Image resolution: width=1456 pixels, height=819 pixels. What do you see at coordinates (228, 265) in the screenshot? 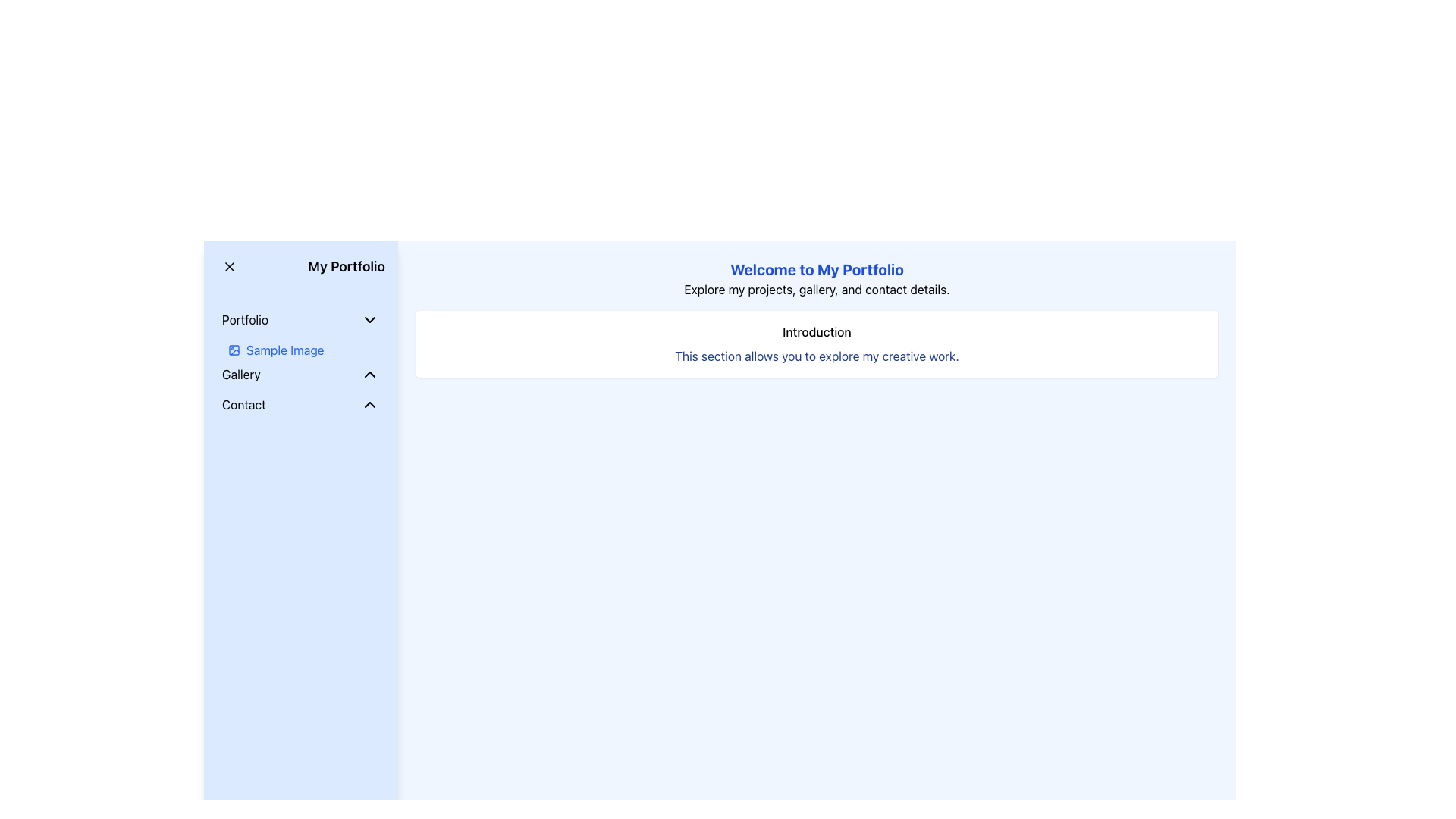
I see `the close button represented by an 'X' shape` at bounding box center [228, 265].